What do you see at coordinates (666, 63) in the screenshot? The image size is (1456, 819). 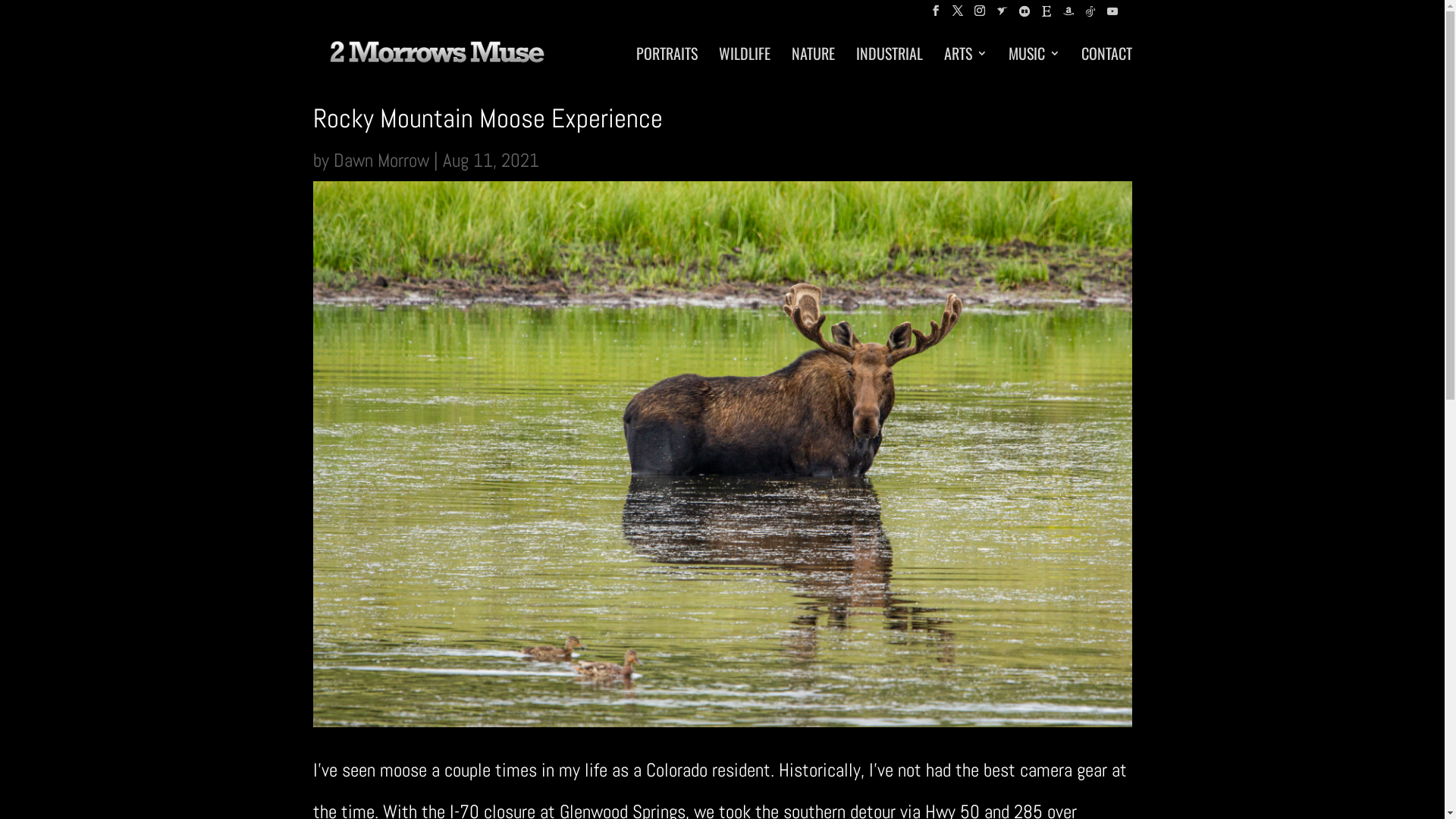 I see `'PORTRAITS'` at bounding box center [666, 63].